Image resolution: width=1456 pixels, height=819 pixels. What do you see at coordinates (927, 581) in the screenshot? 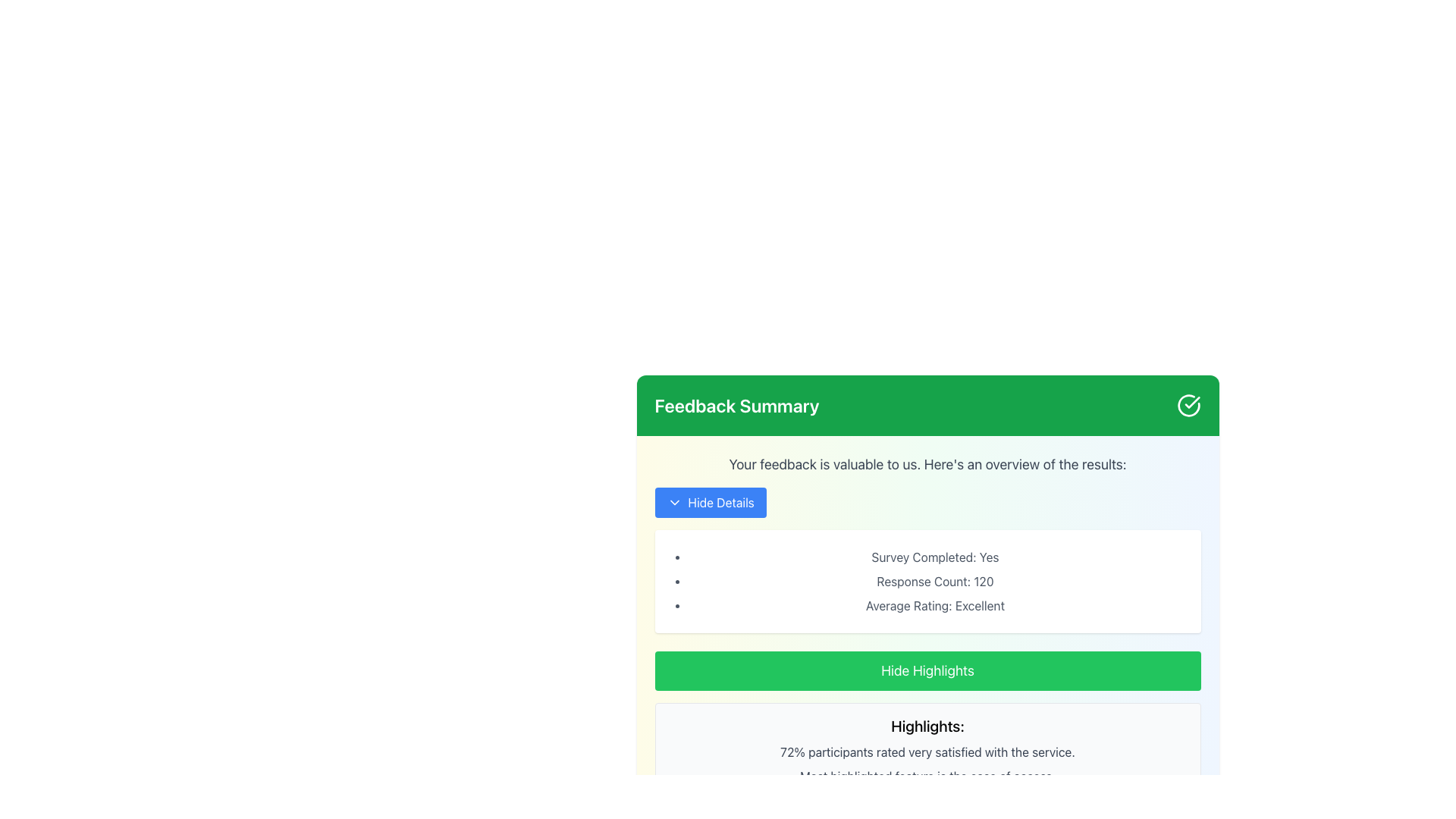
I see `the Informational list which displays summarized survey results, completion status, response count, and average rating, located between the 'Hide Details' and 'Hide Highlights' buttons` at bounding box center [927, 581].